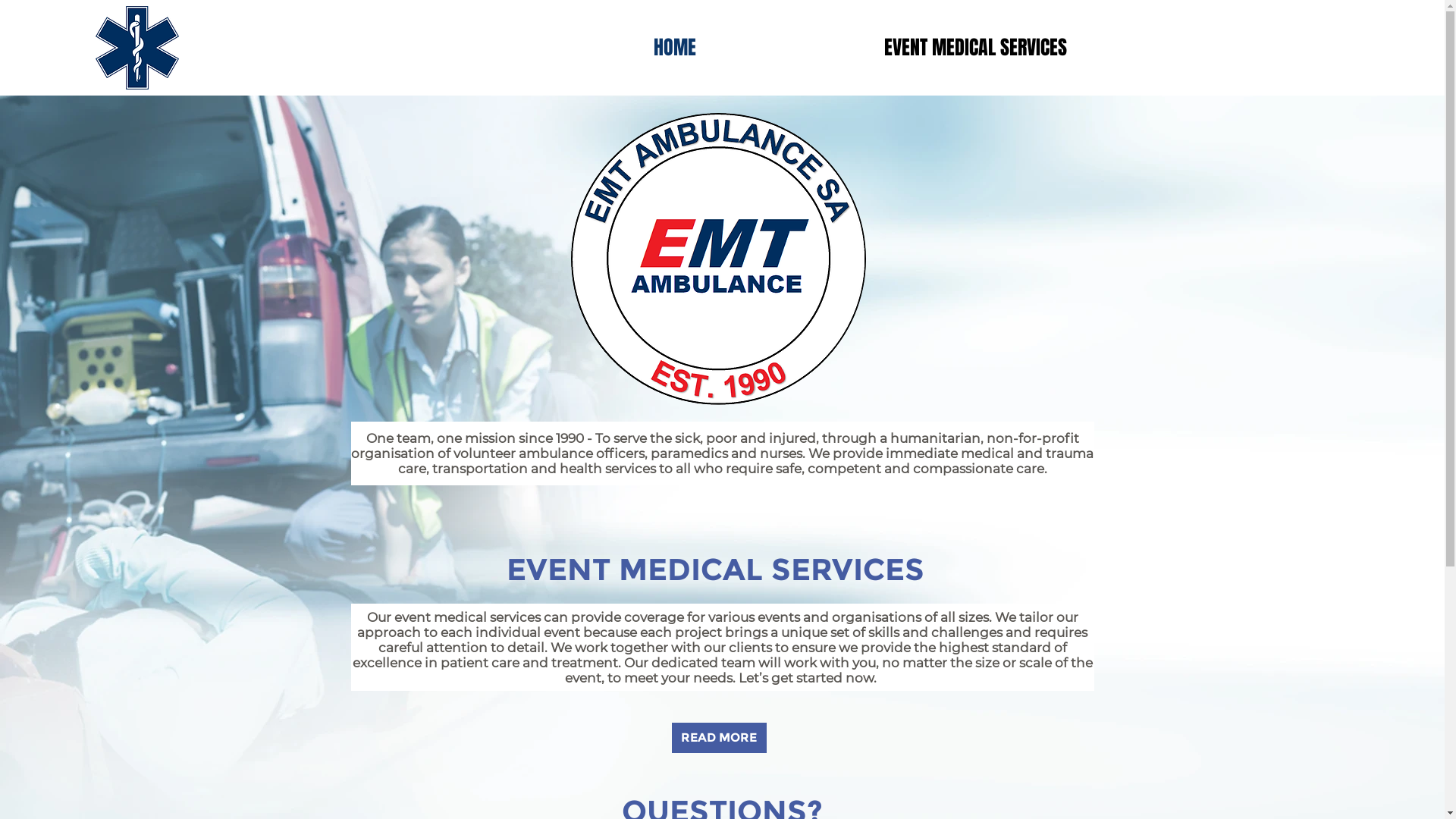 Image resolution: width=1456 pixels, height=819 pixels. What do you see at coordinates (673, 46) in the screenshot?
I see `'HOME'` at bounding box center [673, 46].